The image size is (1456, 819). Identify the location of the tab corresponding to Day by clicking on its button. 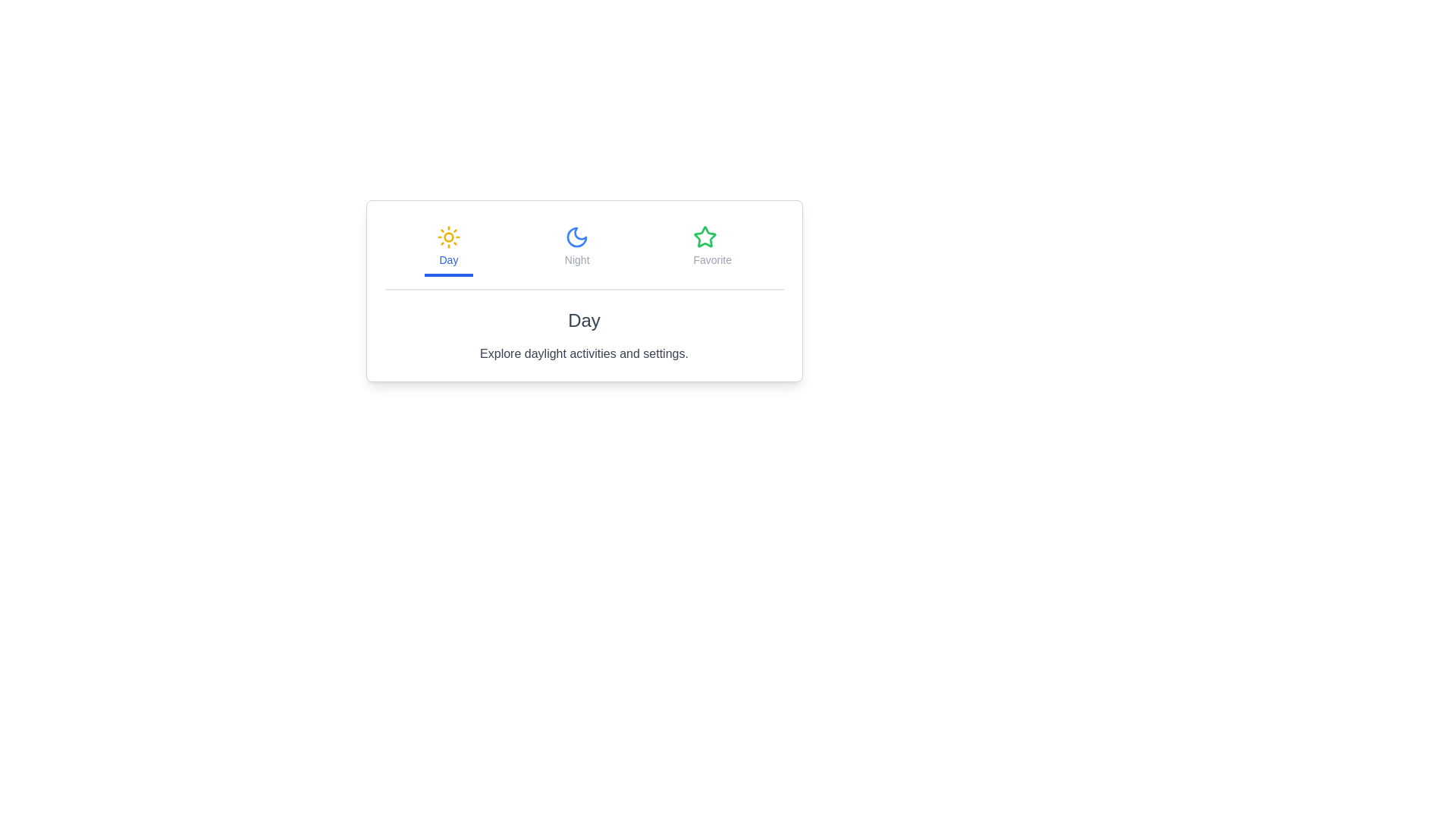
(447, 247).